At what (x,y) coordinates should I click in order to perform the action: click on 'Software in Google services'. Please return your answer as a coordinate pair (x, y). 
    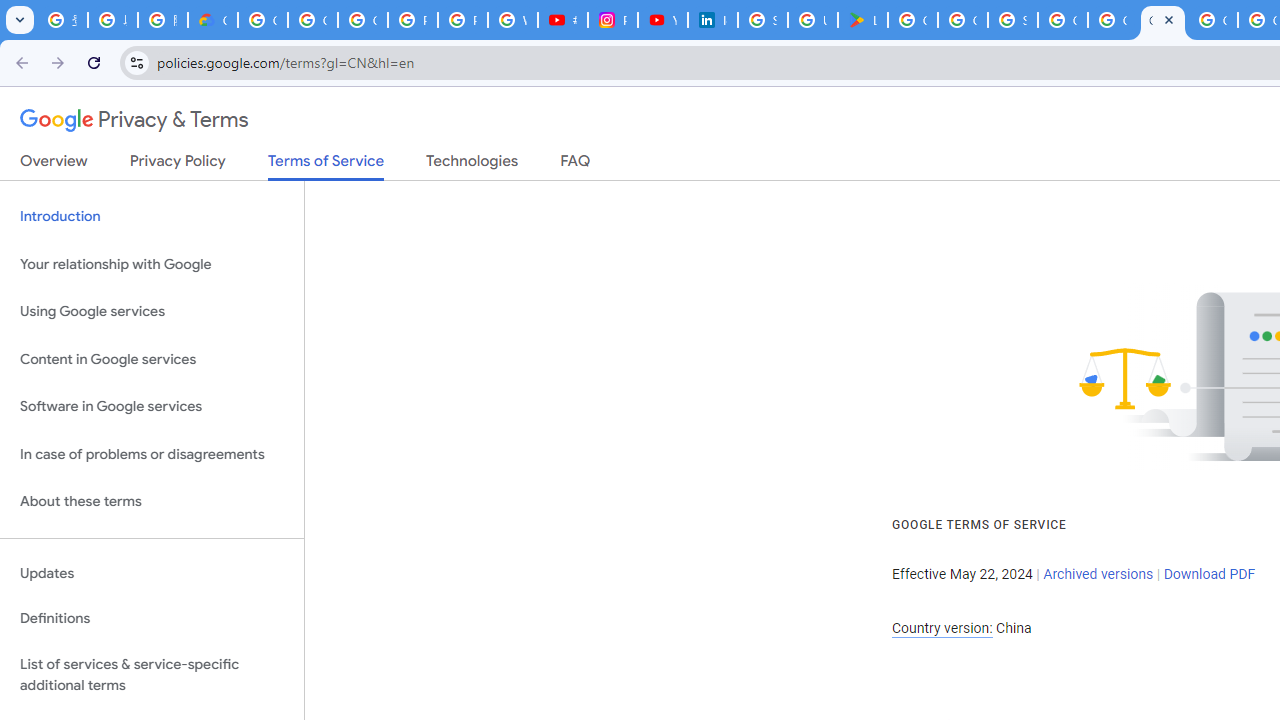
    Looking at the image, I should click on (151, 406).